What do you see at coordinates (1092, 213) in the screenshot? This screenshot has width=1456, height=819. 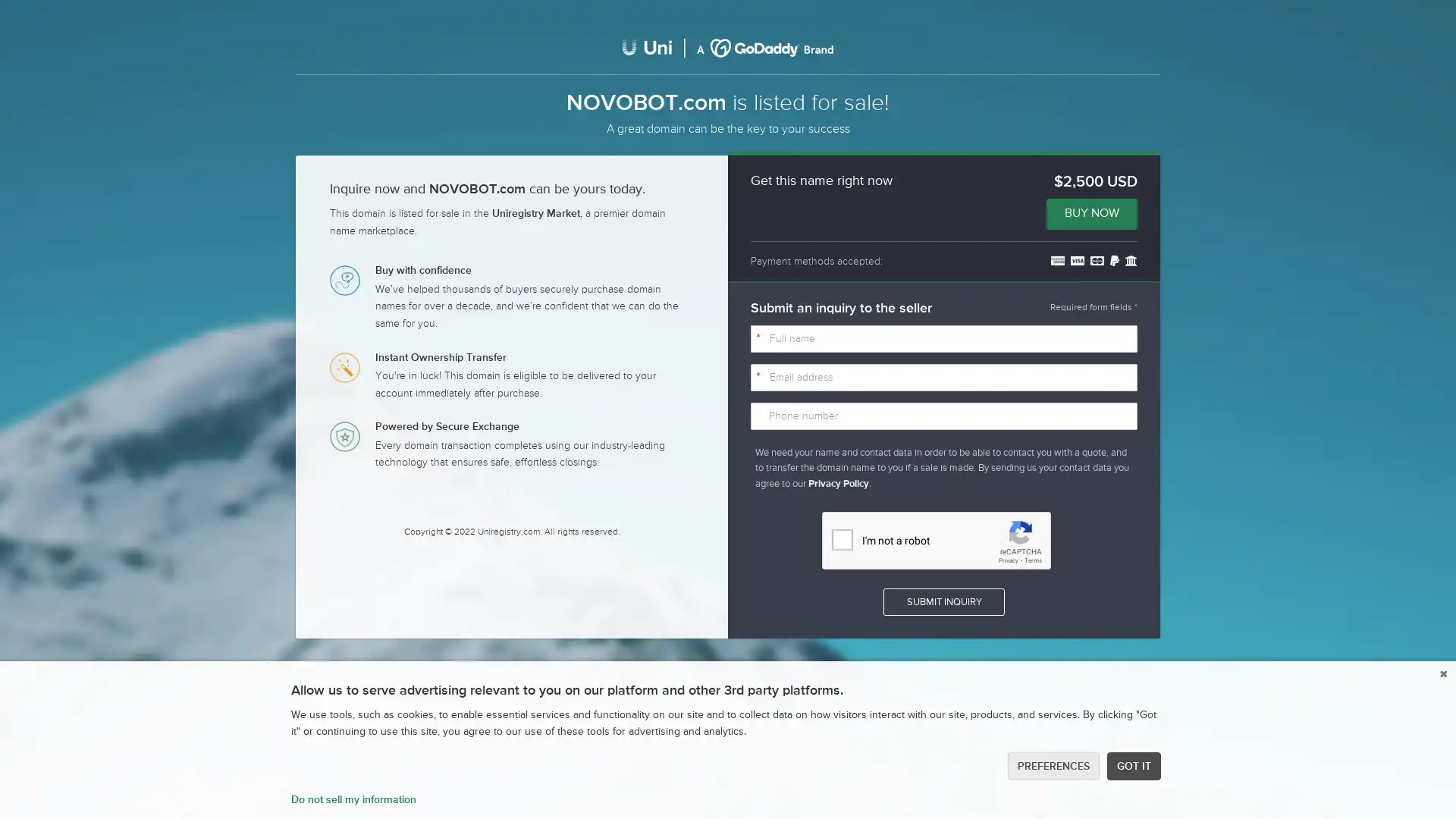 I see `BUY NOW` at bounding box center [1092, 213].